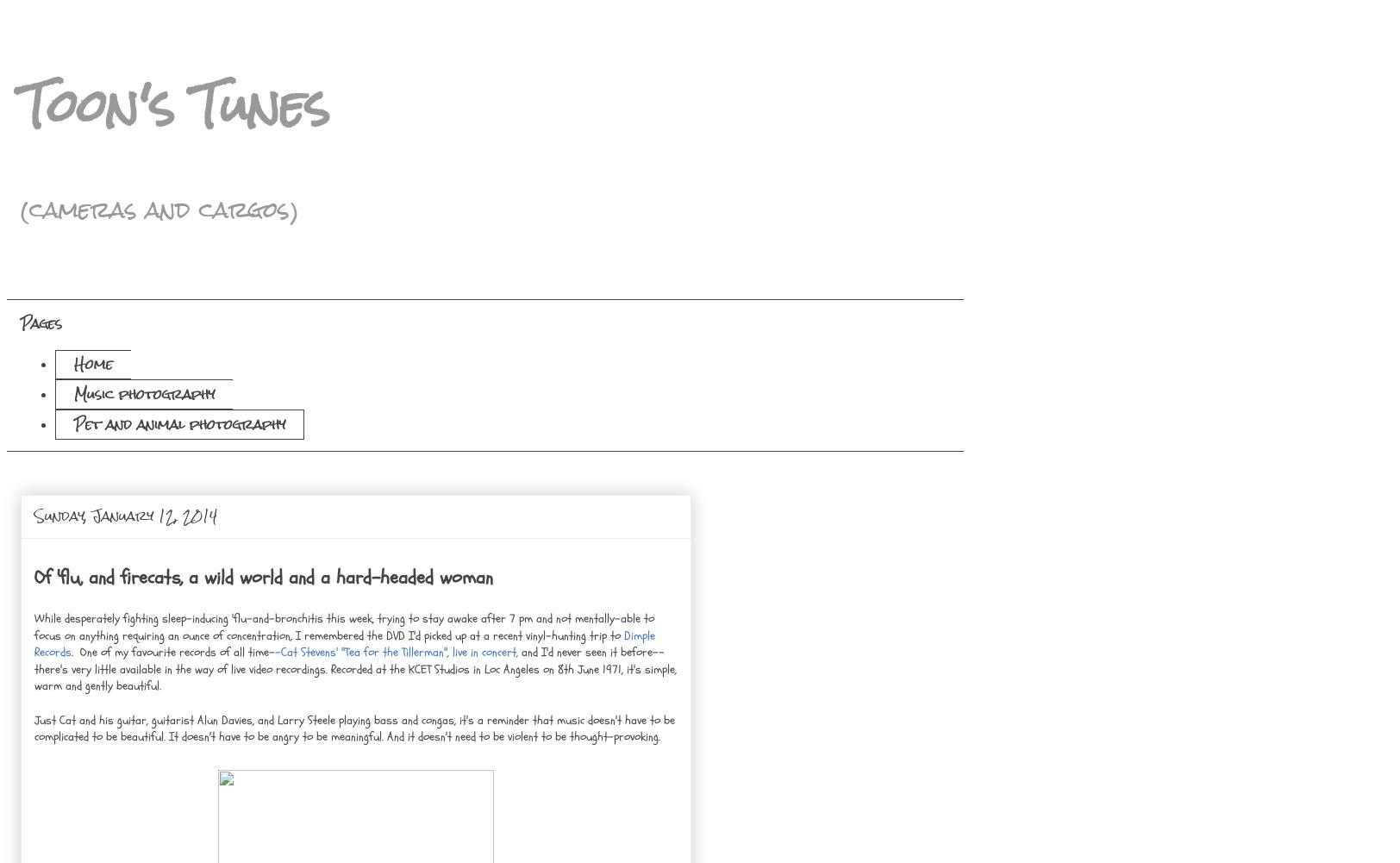  I want to click on 'While desperately fighting sleep-inducing 'flu-and-bronchitis this week, trying to stay awake after 7 pm and not mentally-able to focus on anything requiring an ounce of concentration, I remembered the DVD I'd picked up at a recent vinyl-hunting trip to', so click(344, 626).